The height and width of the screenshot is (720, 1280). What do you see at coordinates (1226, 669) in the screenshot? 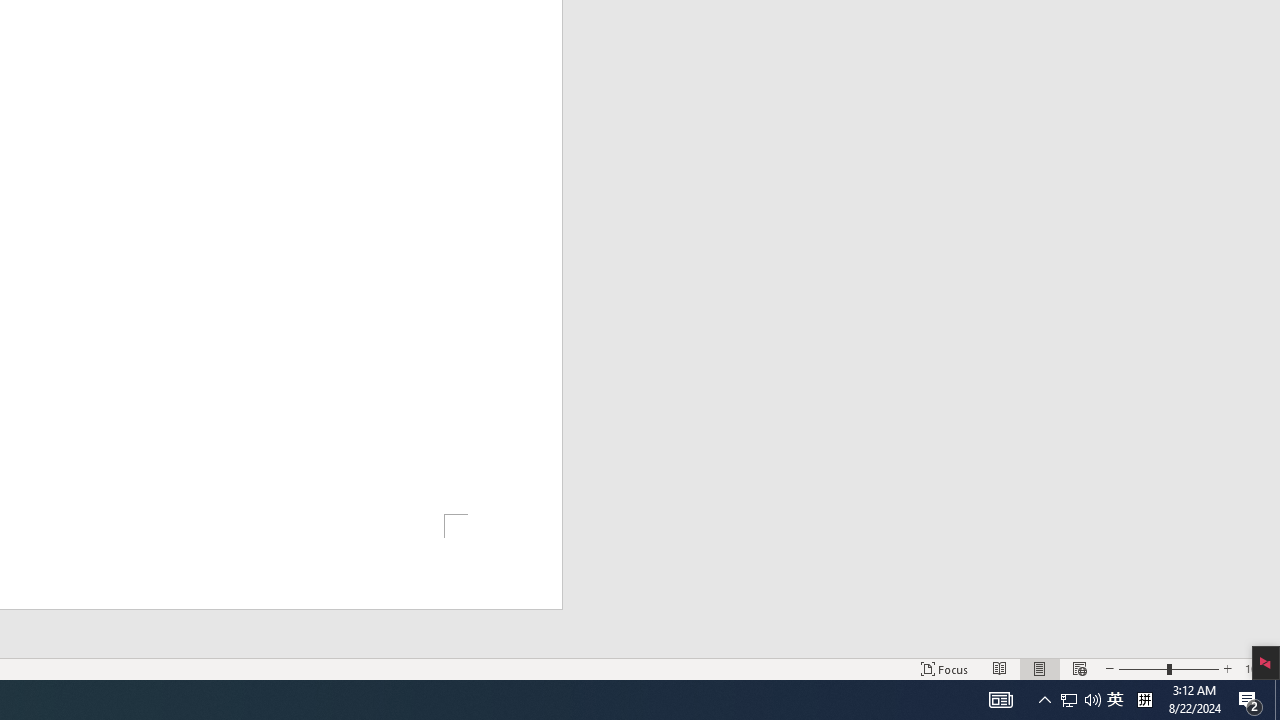
I see `'Zoom In'` at bounding box center [1226, 669].